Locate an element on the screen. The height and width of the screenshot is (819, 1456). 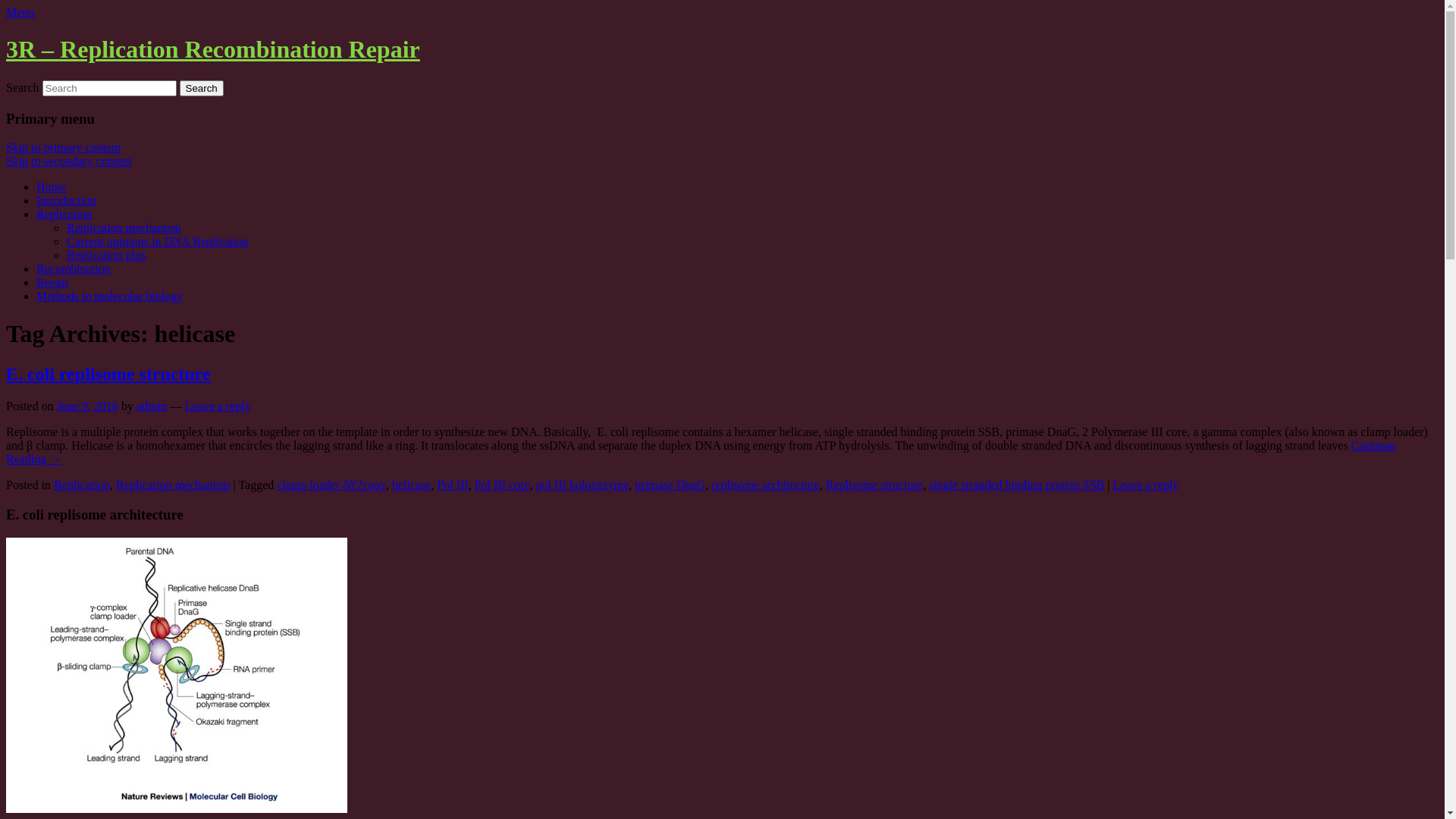
'Pol III' is located at coordinates (451, 485).